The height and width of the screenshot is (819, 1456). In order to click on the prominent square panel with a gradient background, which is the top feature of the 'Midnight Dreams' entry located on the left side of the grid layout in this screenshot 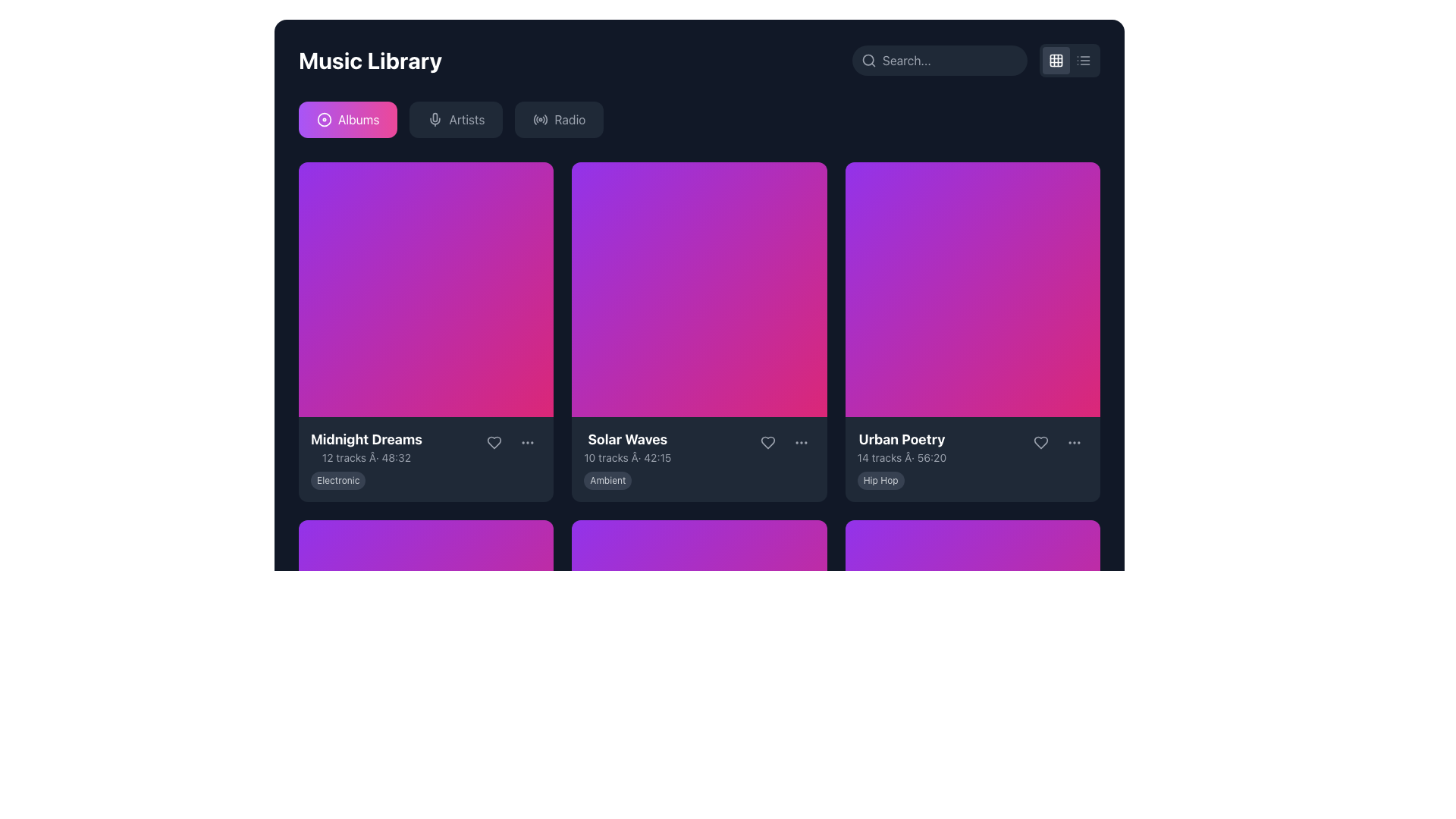, I will do `click(425, 290)`.